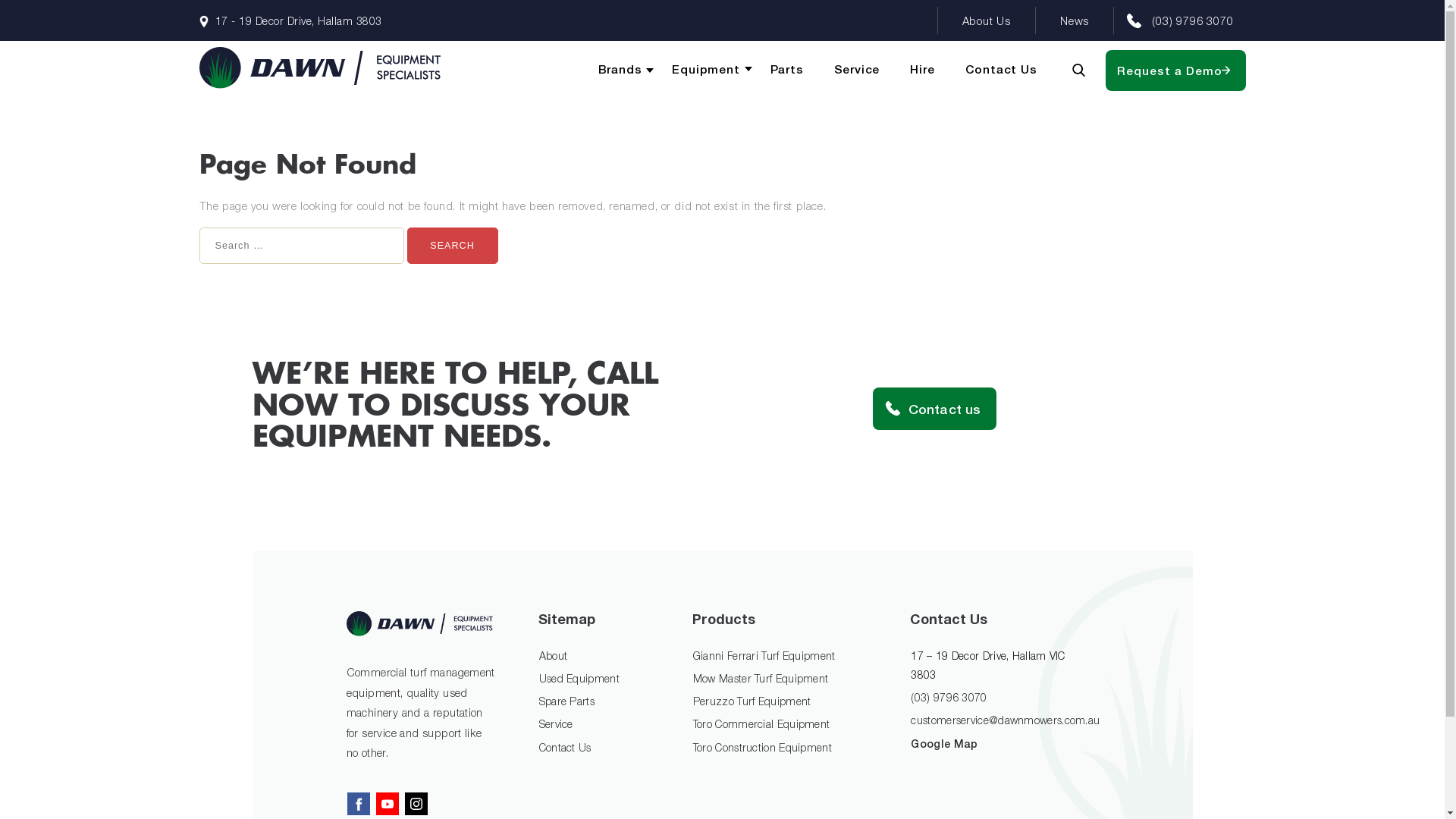  I want to click on 'customerservice@dawnmowers.com.au', so click(1005, 719).